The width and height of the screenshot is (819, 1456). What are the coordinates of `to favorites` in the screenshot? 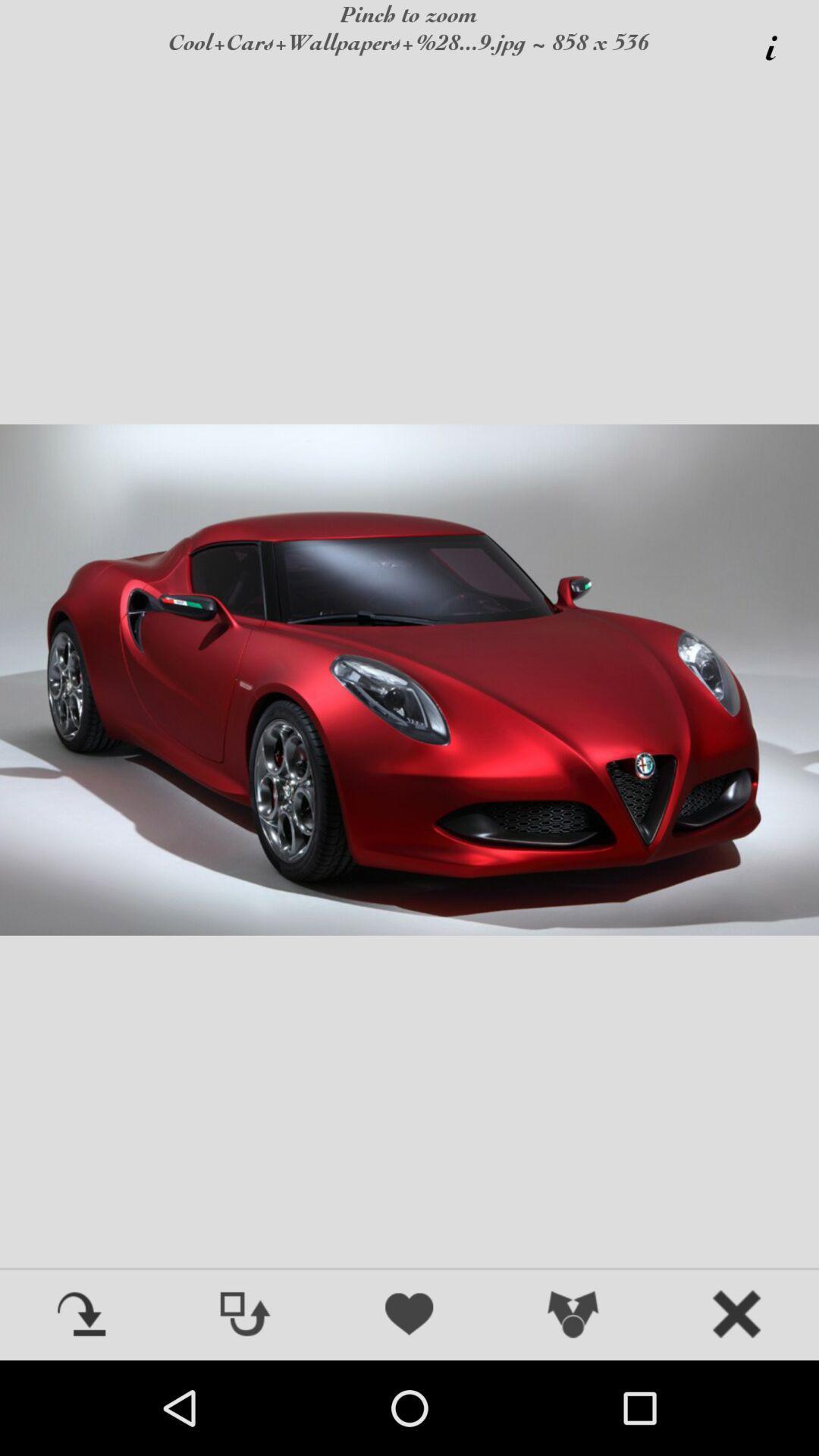 It's located at (409, 1315).